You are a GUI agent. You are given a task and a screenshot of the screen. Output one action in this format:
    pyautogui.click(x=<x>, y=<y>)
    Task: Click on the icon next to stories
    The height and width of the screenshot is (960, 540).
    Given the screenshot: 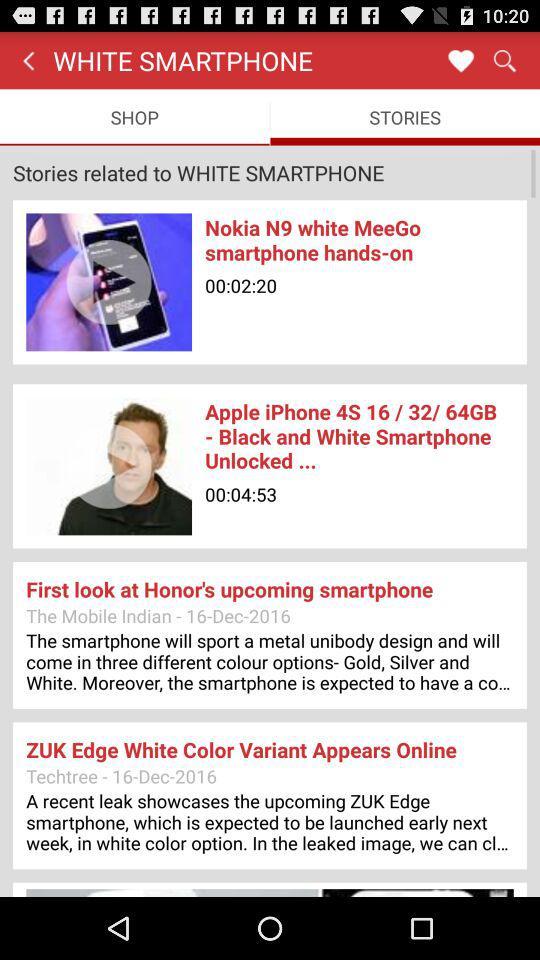 What is the action you would take?
    pyautogui.click(x=134, y=117)
    